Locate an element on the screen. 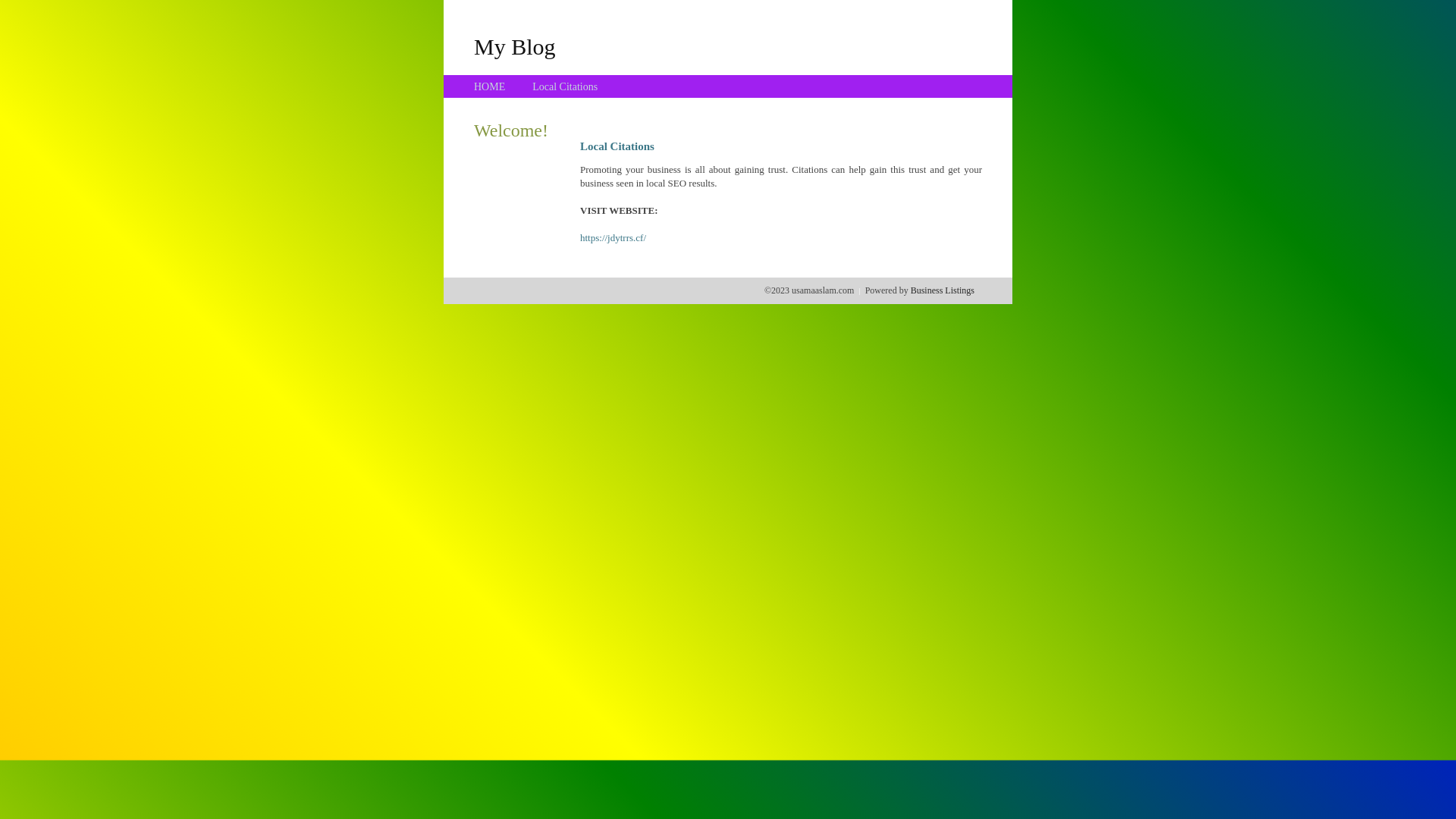 This screenshot has height=819, width=1456. 'My Blog' is located at coordinates (514, 45).